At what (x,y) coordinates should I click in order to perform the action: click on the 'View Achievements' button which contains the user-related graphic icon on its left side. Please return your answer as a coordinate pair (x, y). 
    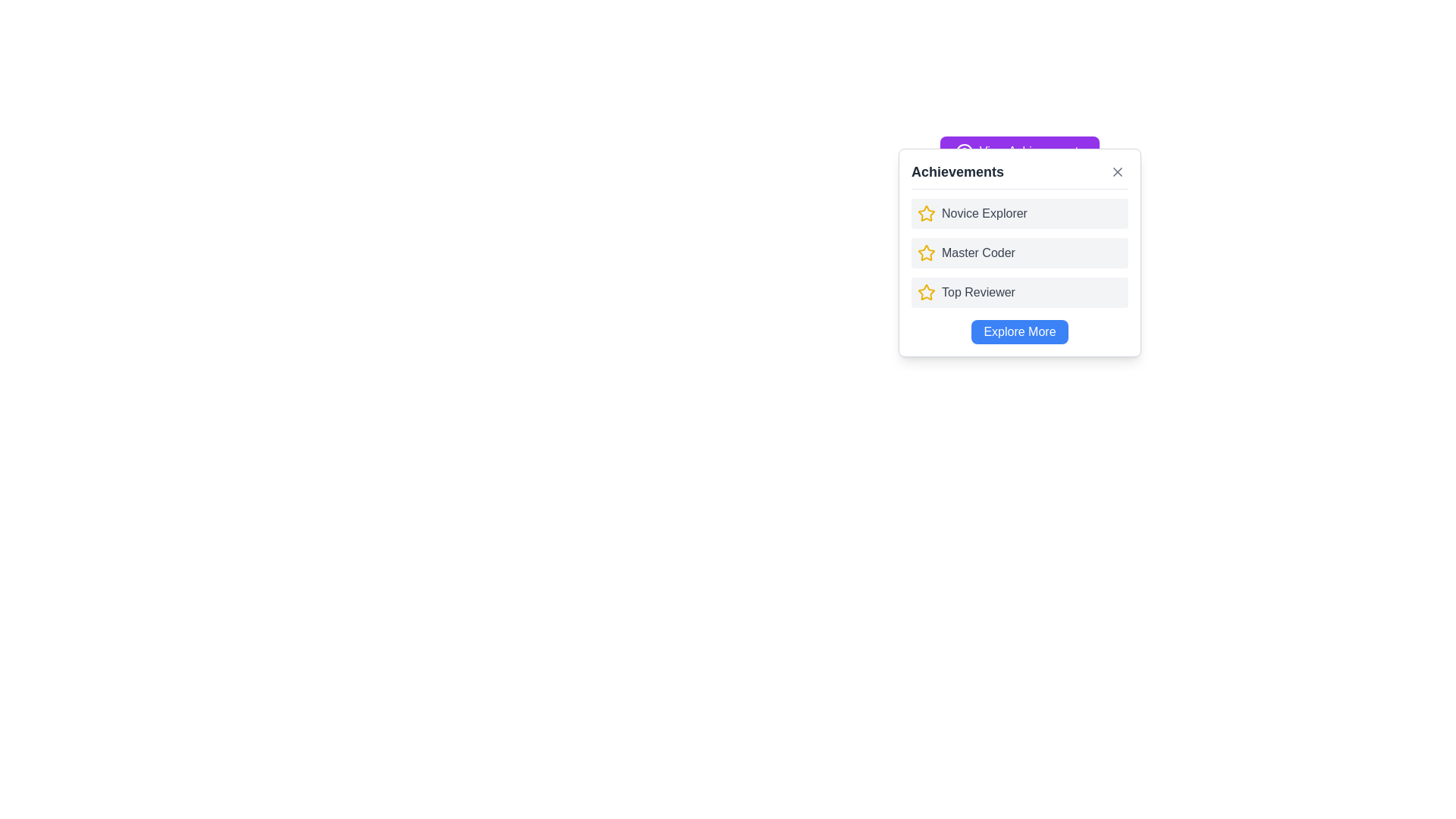
    Looking at the image, I should click on (963, 152).